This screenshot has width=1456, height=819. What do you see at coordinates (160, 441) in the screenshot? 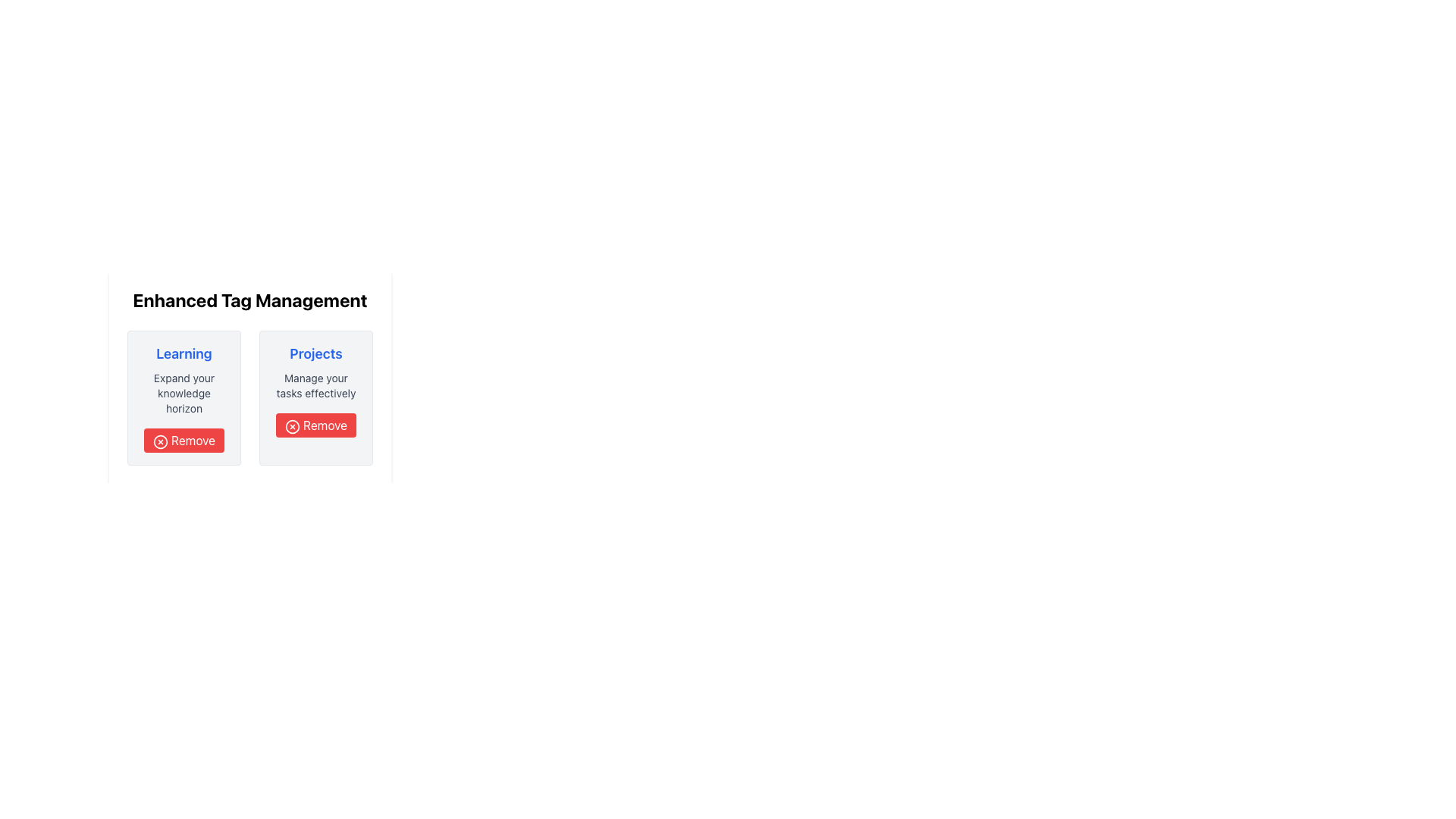
I see `the 'Remove' icon located within the 'Learning' card under 'Enhanced Tag Management' section` at bounding box center [160, 441].